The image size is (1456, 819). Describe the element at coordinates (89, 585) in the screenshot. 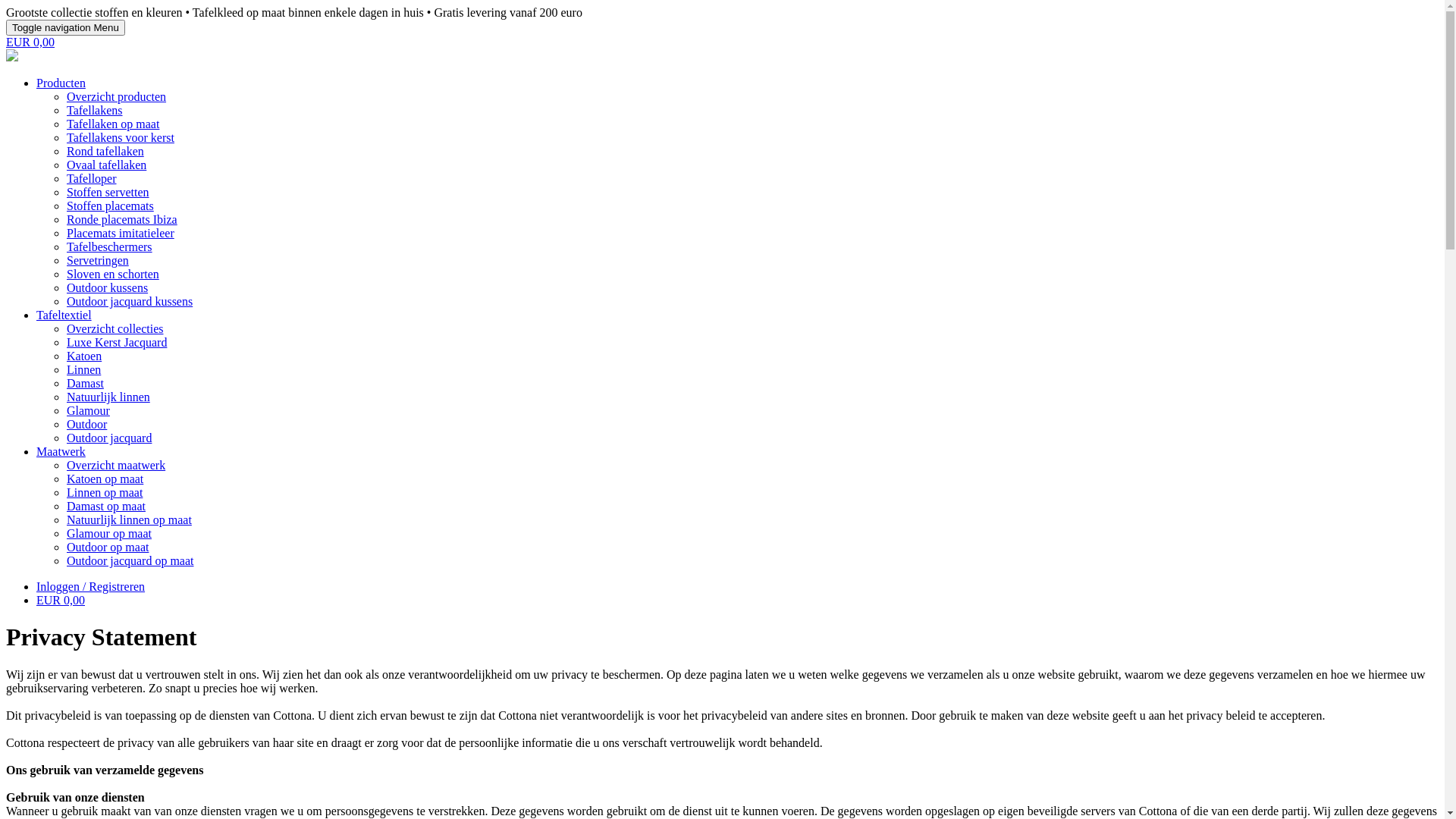

I see `'Inloggen / Registreren'` at that location.